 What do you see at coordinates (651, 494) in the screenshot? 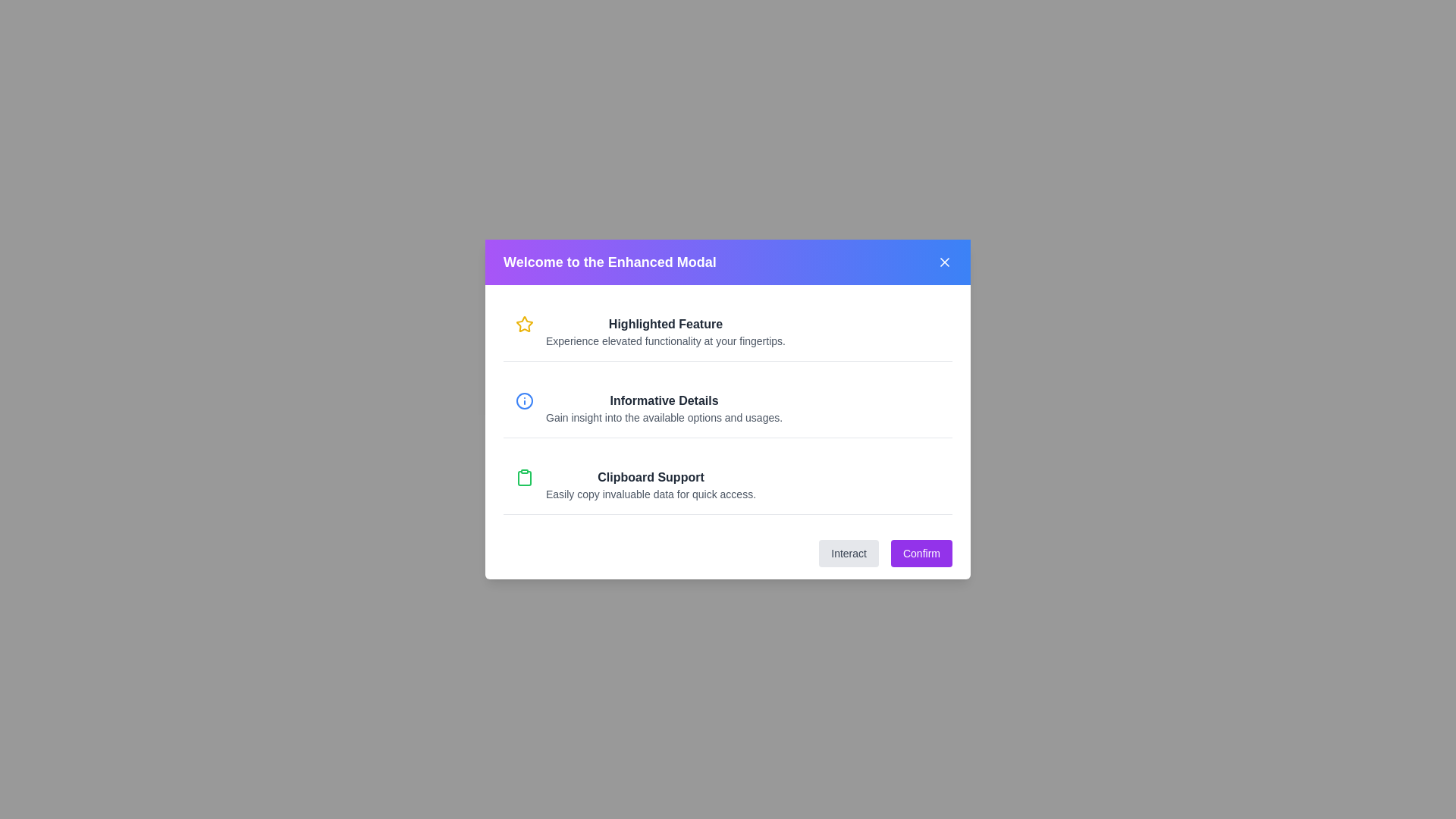
I see `descriptive text located below the 'Clipboard Support' heading in the modal dialog box, which explains the utility of the 'Clipboard Support' feature` at bounding box center [651, 494].